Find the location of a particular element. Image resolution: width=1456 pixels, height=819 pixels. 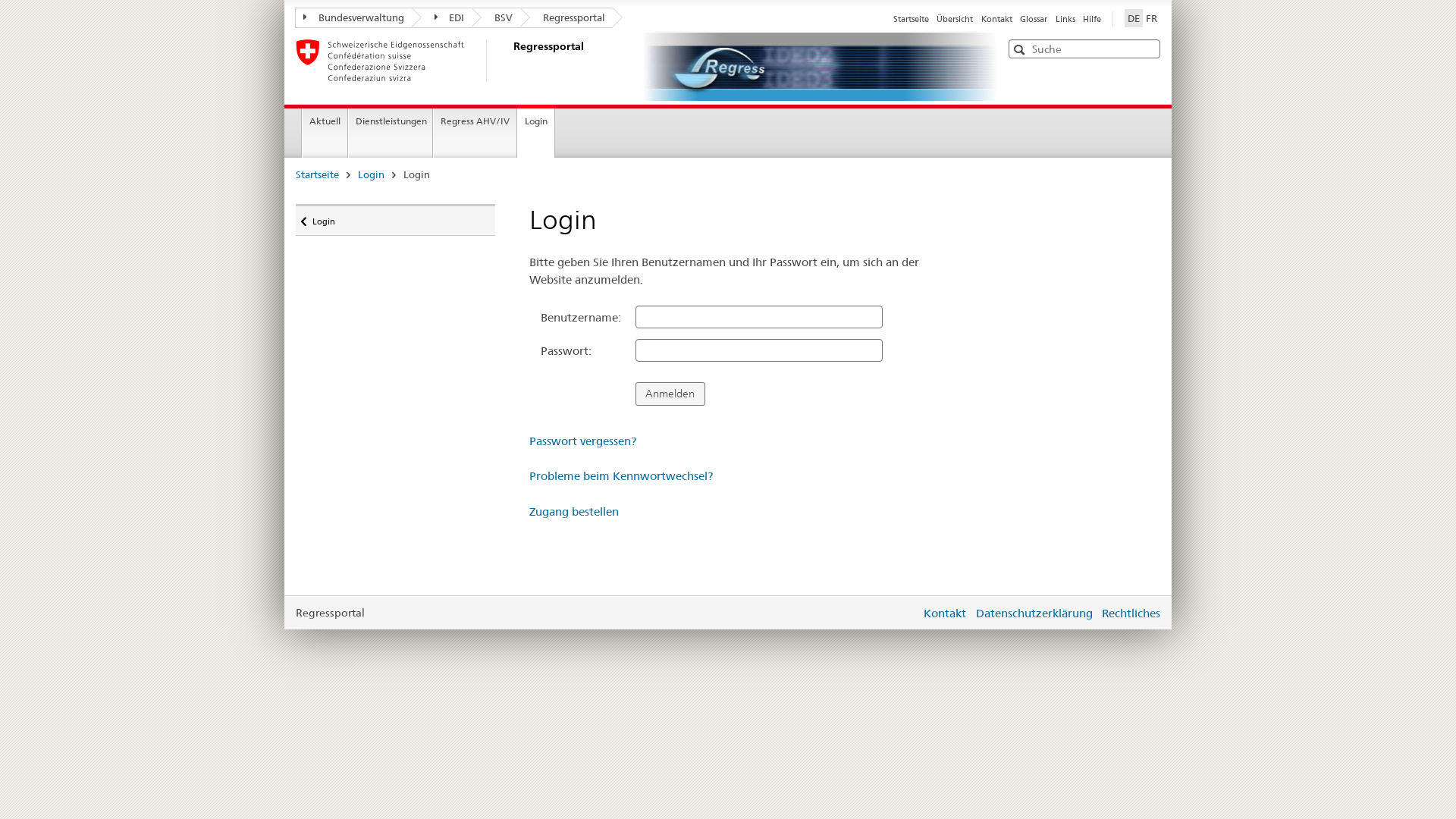

'Dienstleistungen' is located at coordinates (390, 132).